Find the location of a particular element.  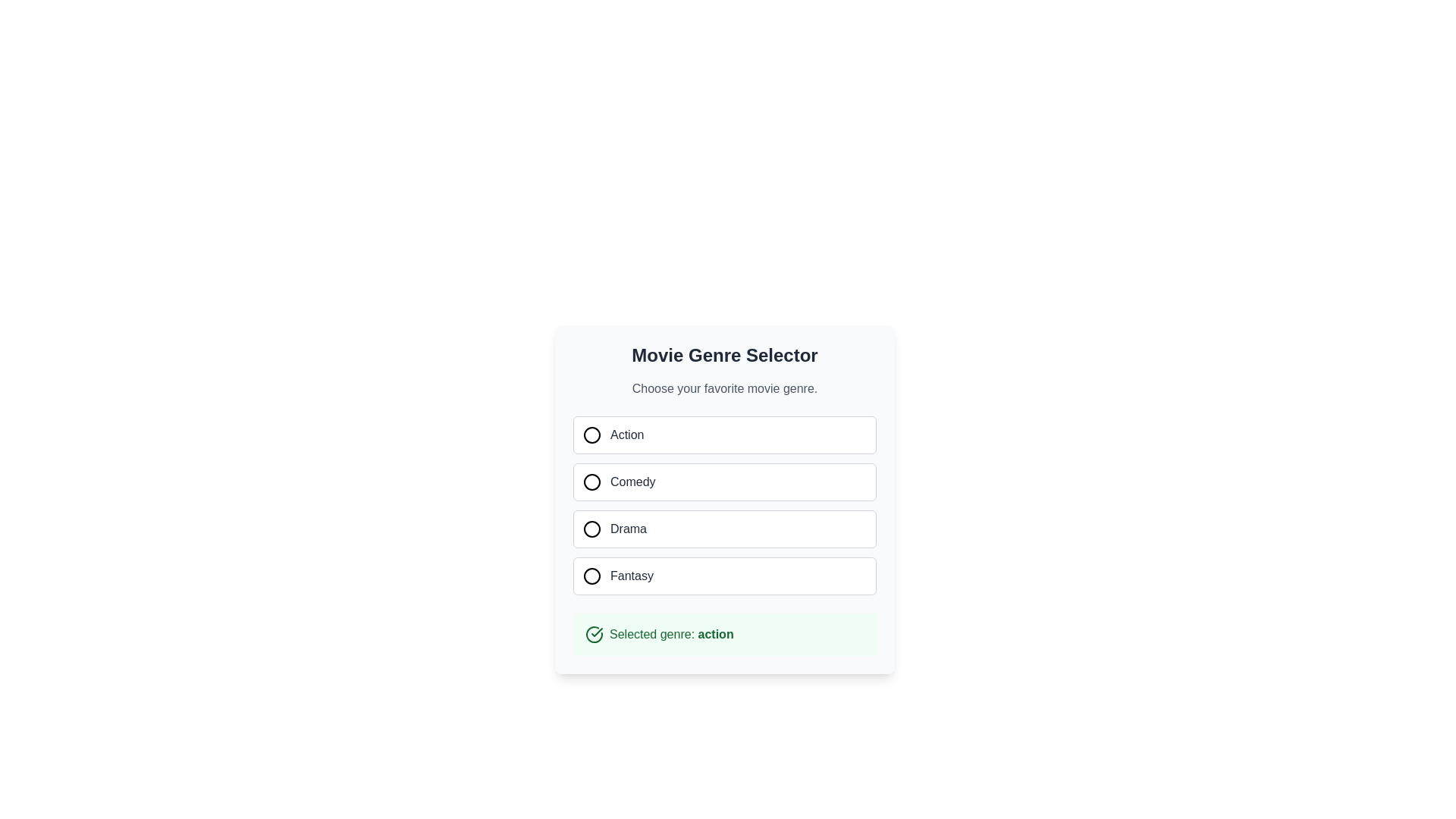

the circular toggle indicator icon adjacent to the 'Comedy' genre label is located at coordinates (632, 482).